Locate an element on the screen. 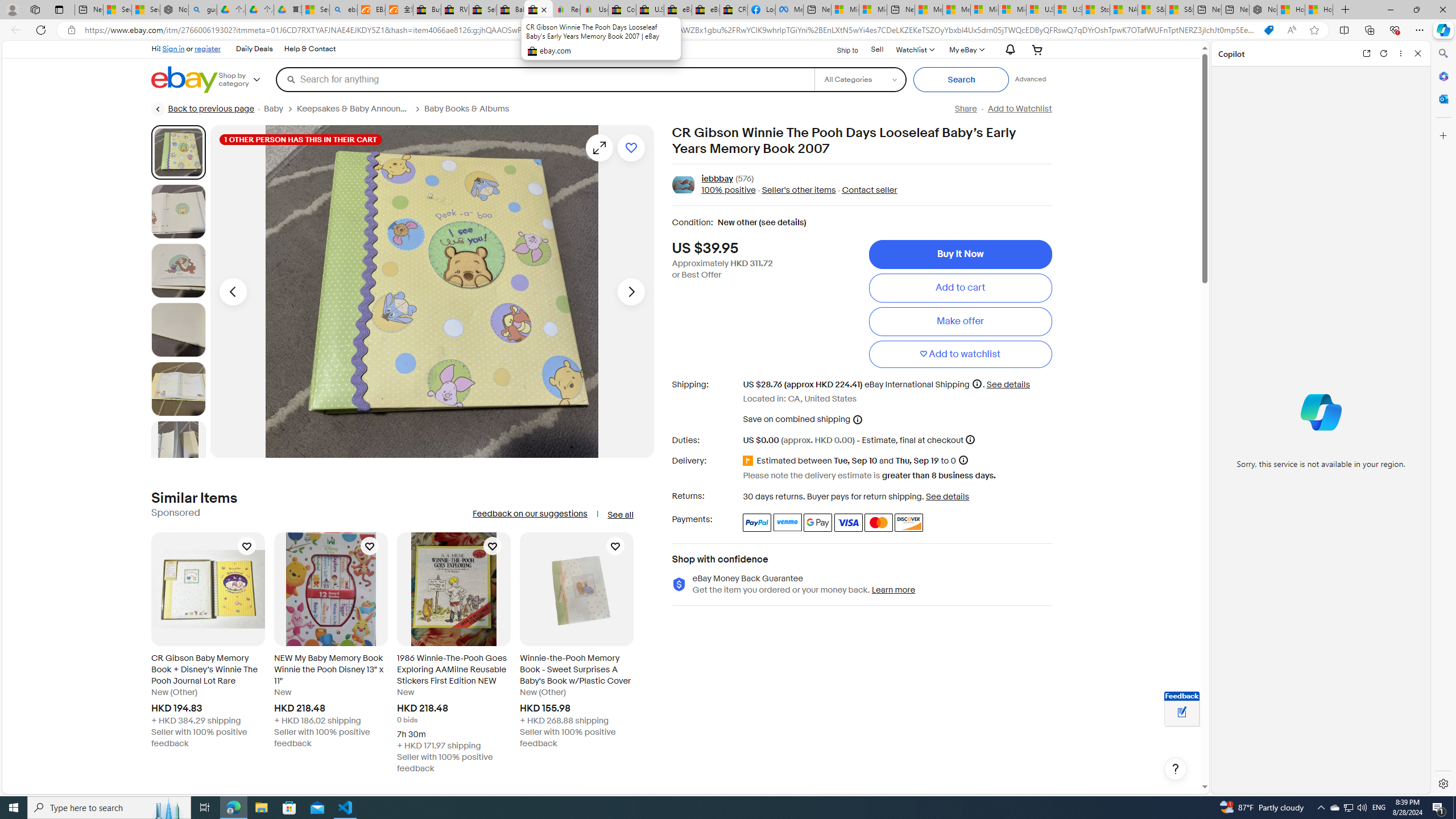 The image size is (1456, 819). 'Picture 3 of 22' is located at coordinates (178, 270).